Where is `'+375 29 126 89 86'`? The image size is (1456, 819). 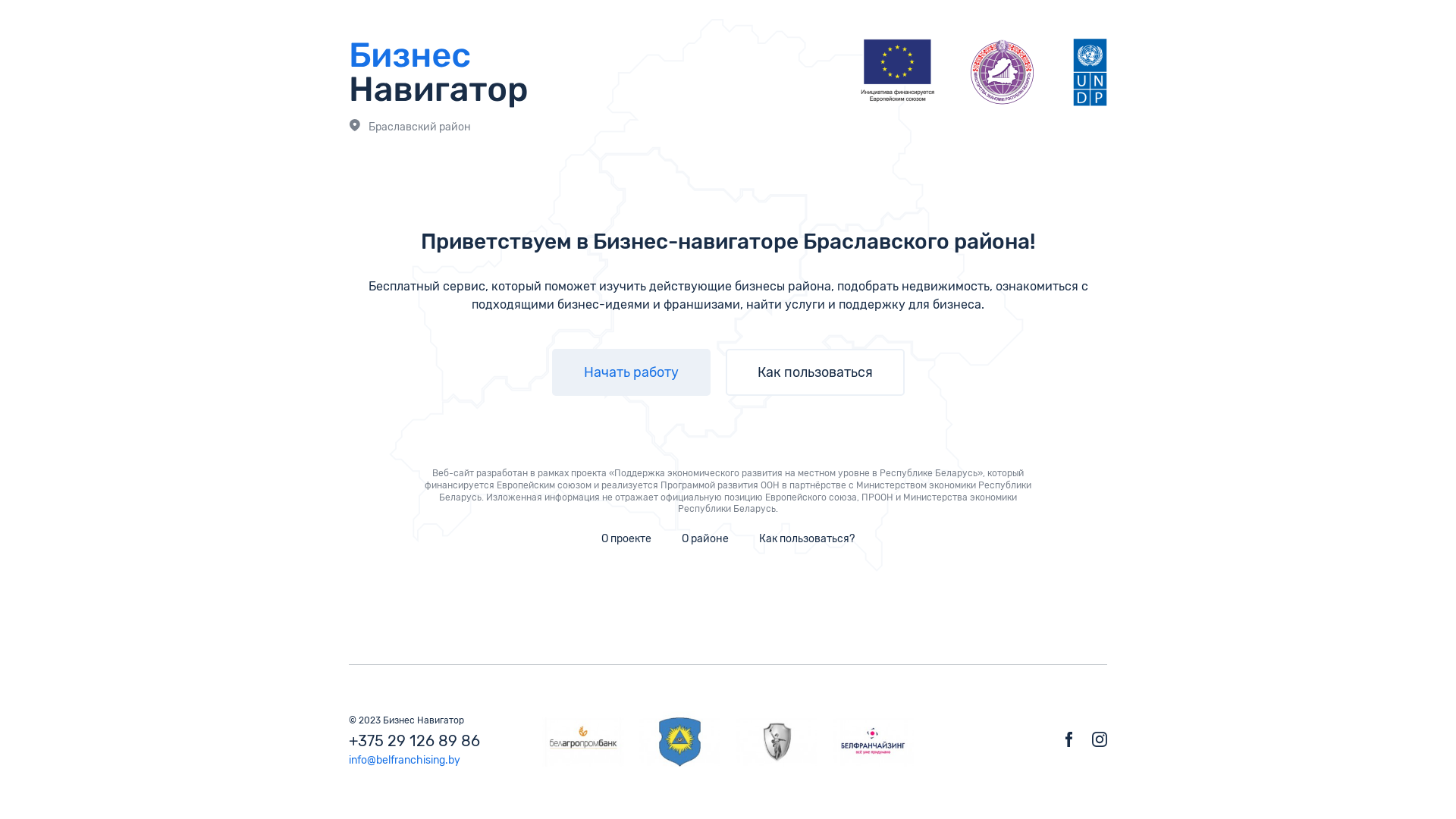 '+375 29 126 89 86' is located at coordinates (348, 740).